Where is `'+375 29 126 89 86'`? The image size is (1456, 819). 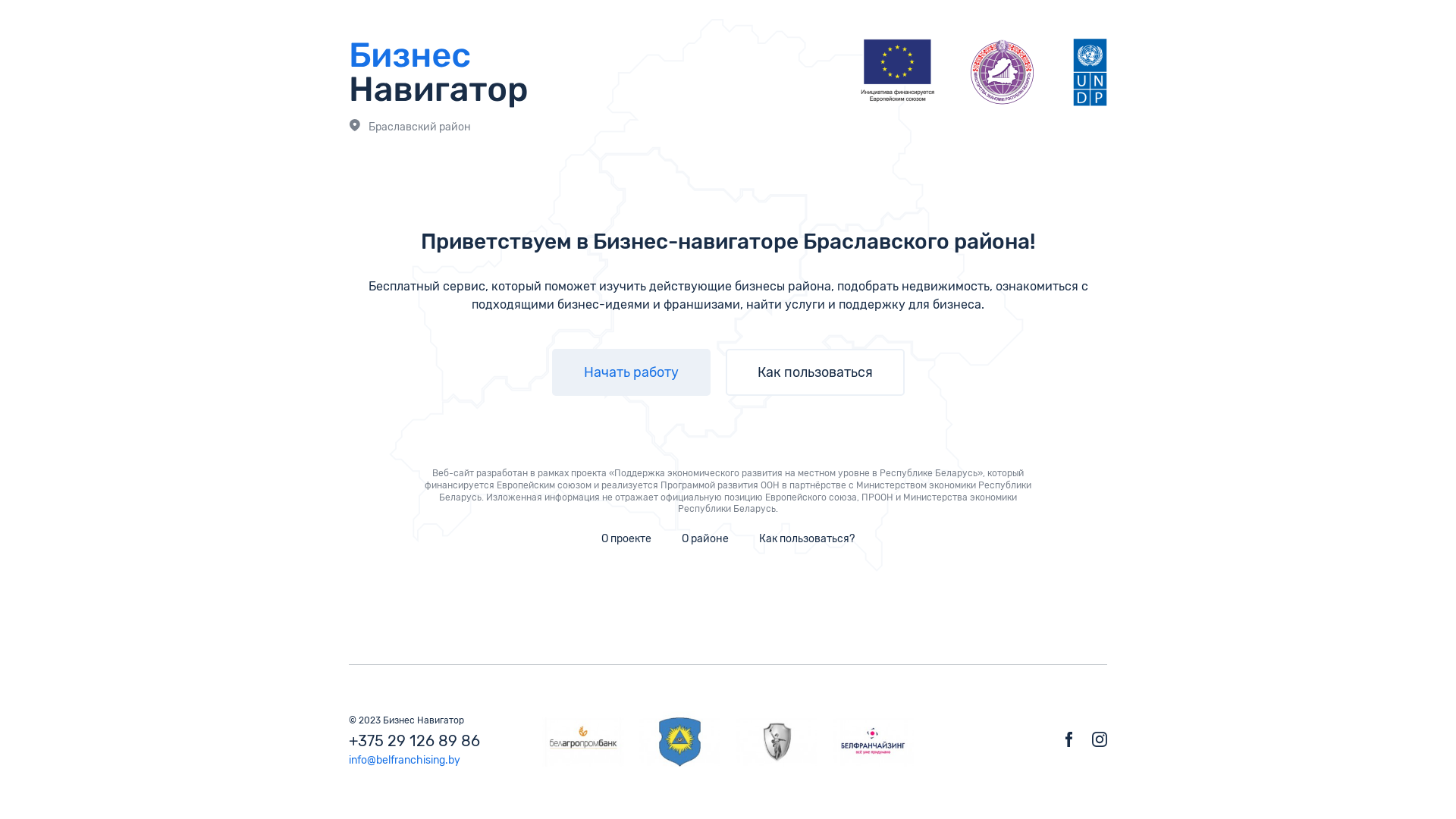 '+375 29 126 89 86' is located at coordinates (348, 740).